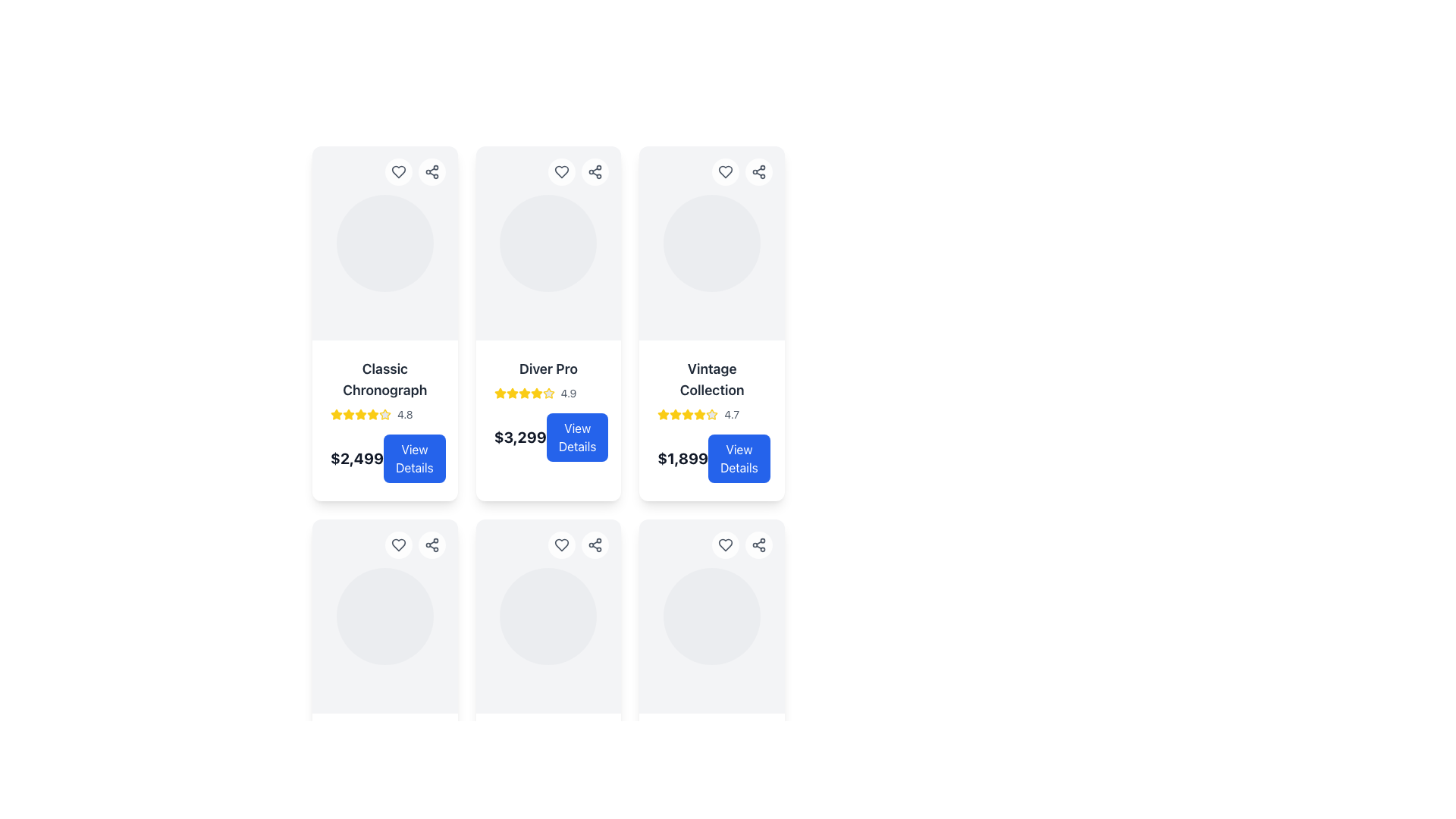  What do you see at coordinates (548, 323) in the screenshot?
I see `the 'Diver Pro' product card, which is the second item in the first row of the grid layout, to potentially reveal more options` at bounding box center [548, 323].